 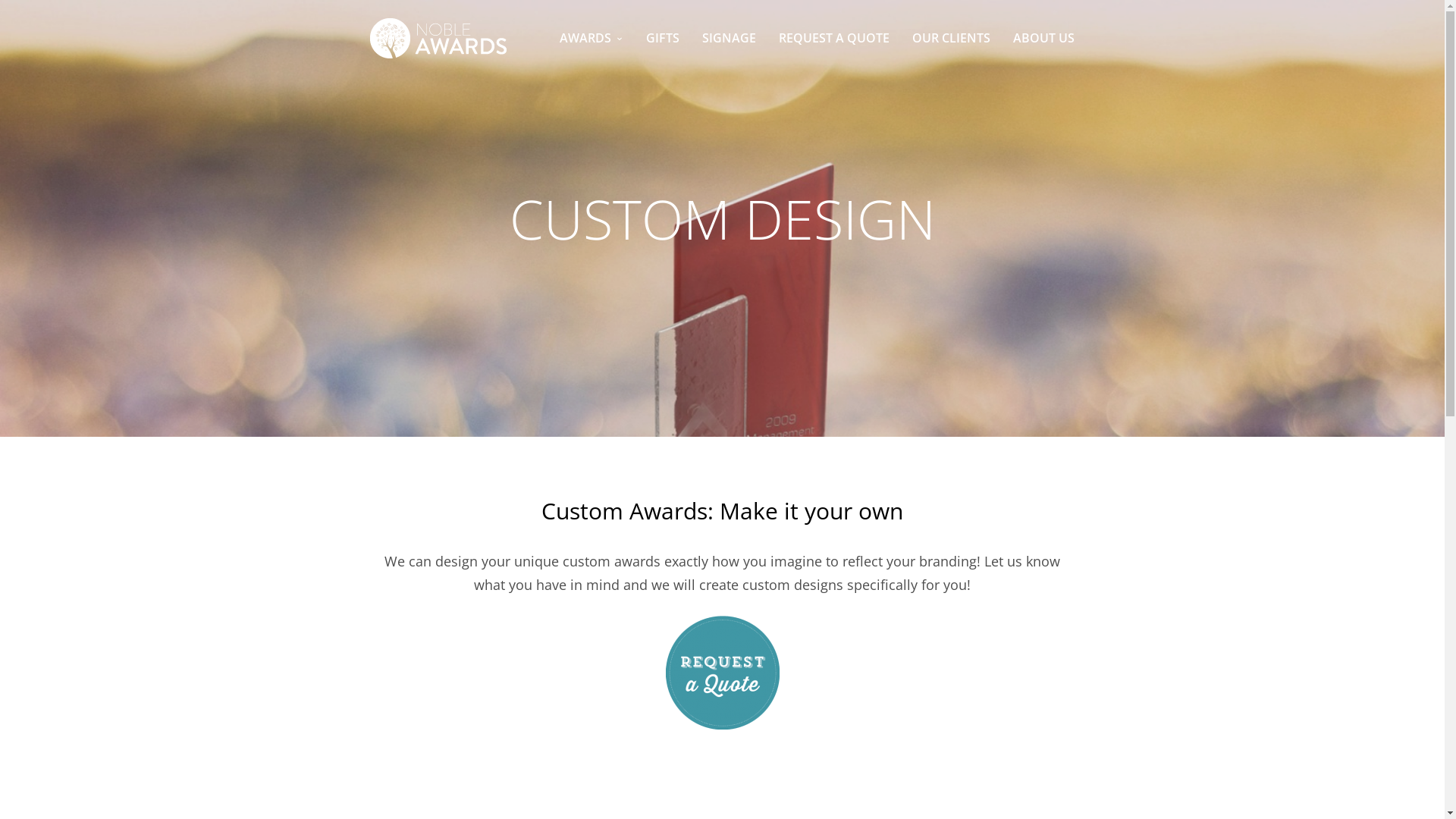 What do you see at coordinates (950, 37) in the screenshot?
I see `'OUR CLIENTS'` at bounding box center [950, 37].